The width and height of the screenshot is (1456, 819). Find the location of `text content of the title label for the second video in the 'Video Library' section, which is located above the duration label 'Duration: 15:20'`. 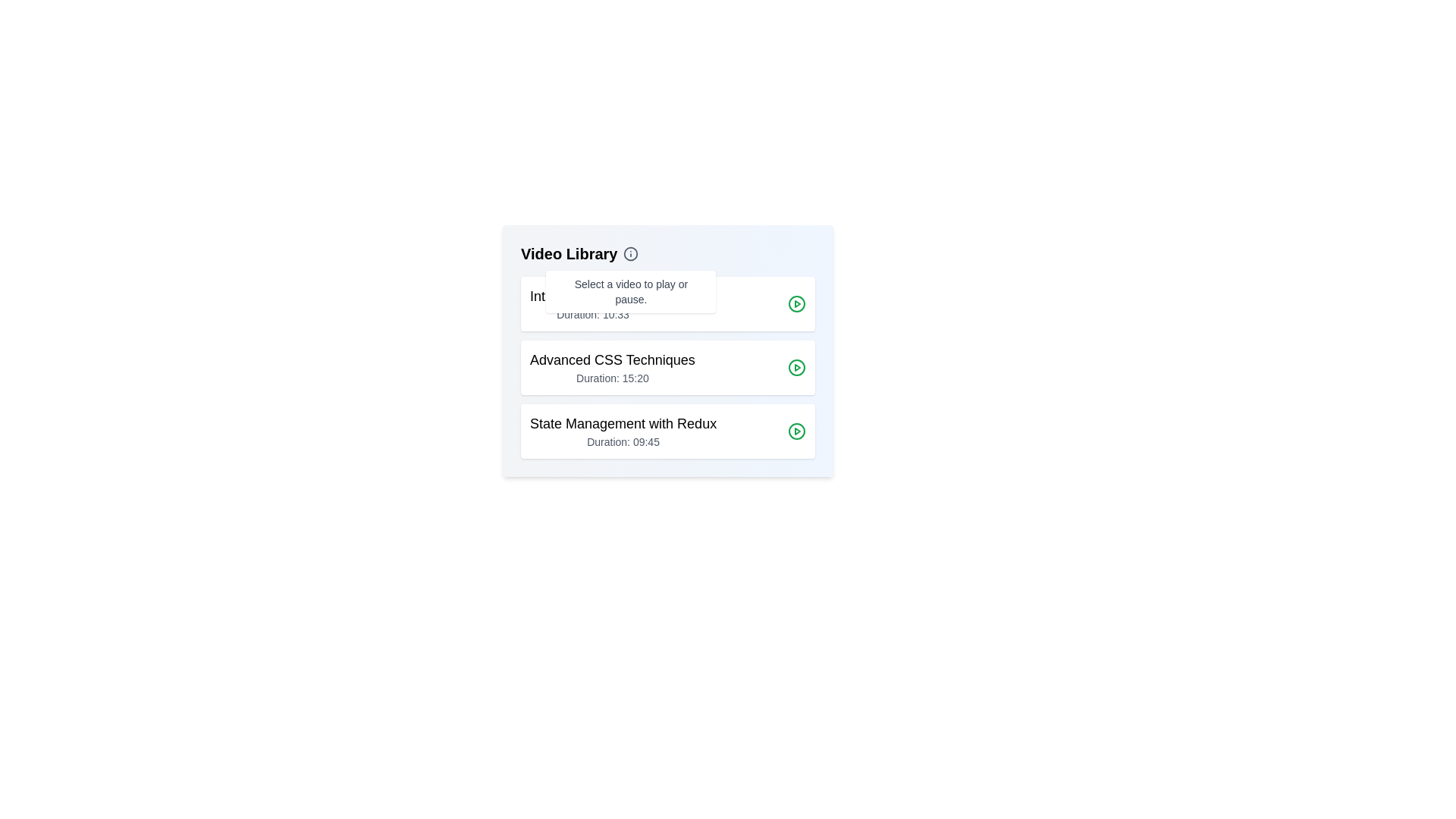

text content of the title label for the second video in the 'Video Library' section, which is located above the duration label 'Duration: 15:20' is located at coordinates (612, 359).